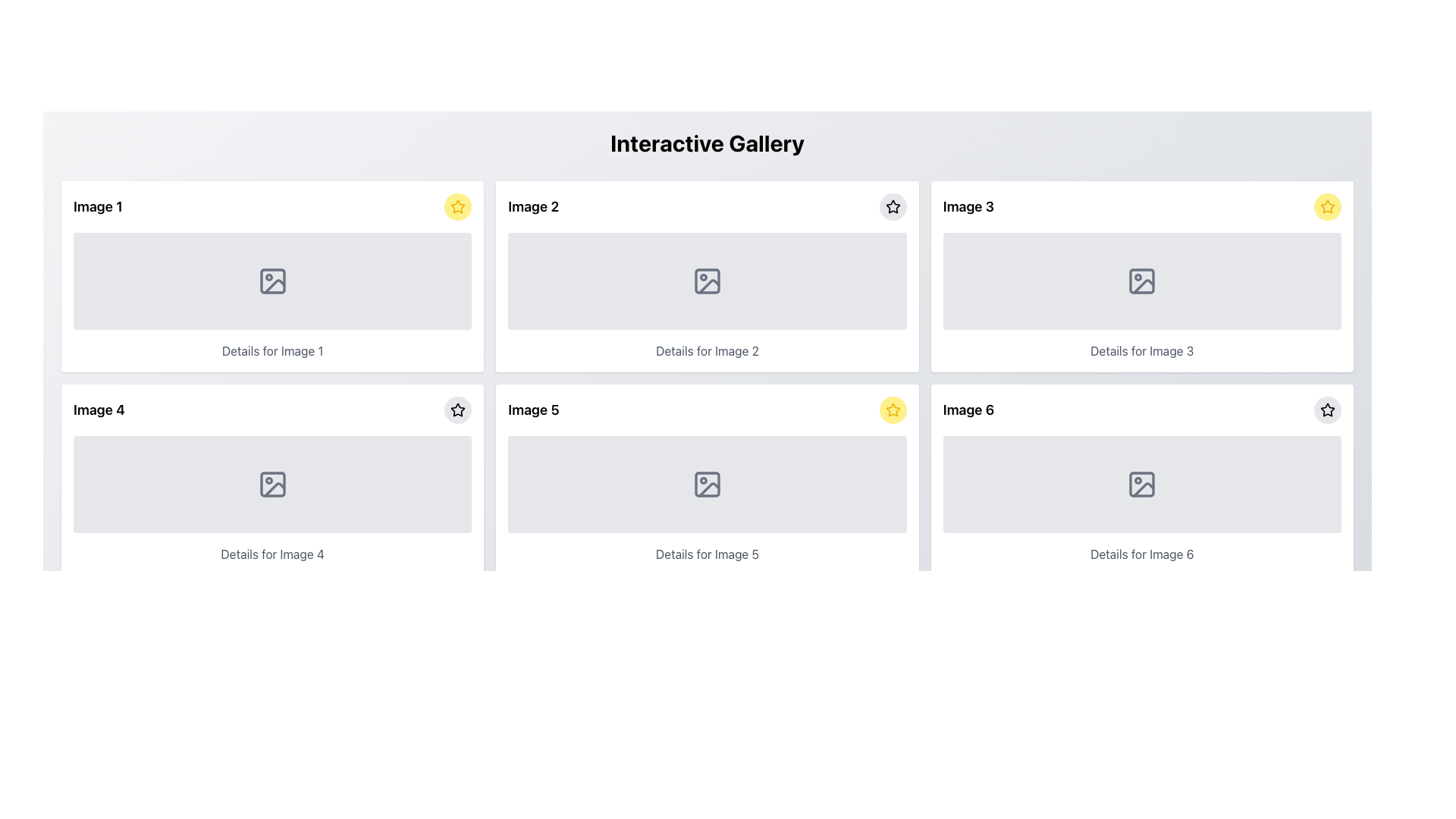  What do you see at coordinates (1327, 409) in the screenshot?
I see `the circular gray button with a hollow star icon located at the top-right corner of the box containing the title 'Image 6'` at bounding box center [1327, 409].